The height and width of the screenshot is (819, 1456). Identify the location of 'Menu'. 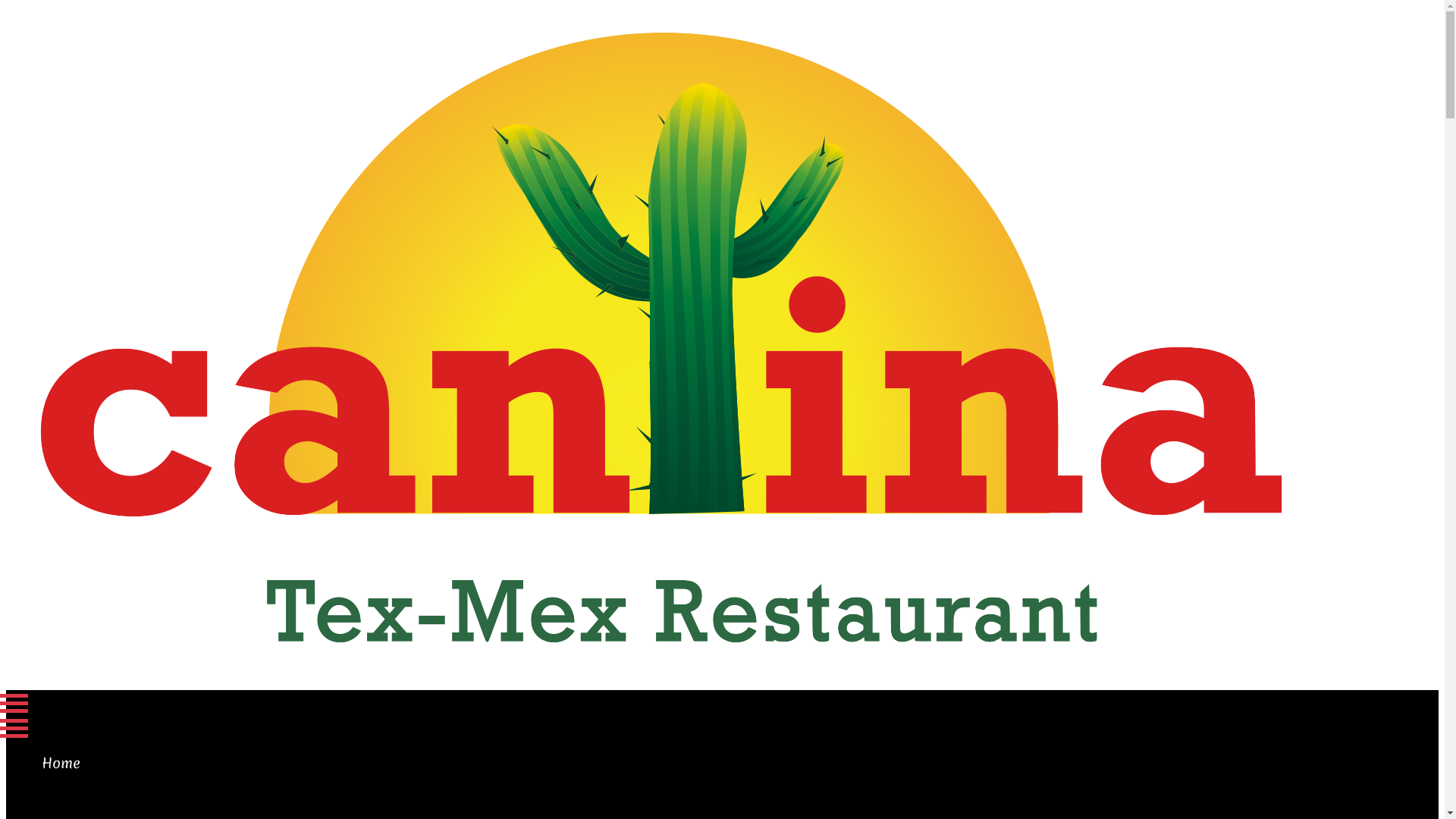
(14, 727).